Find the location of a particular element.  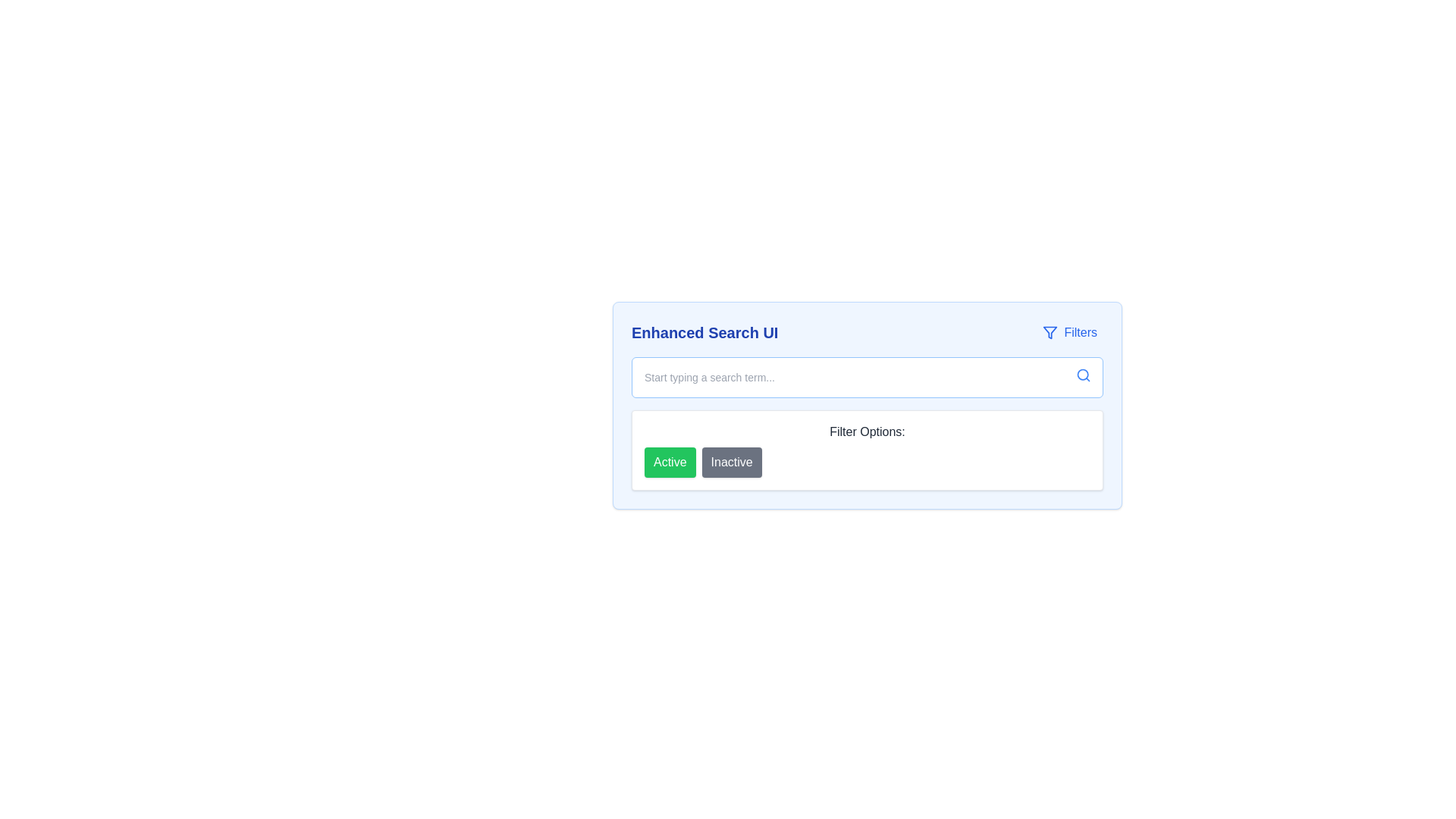

the 'Filter Options:' text label, which is prominently displayed above the 'Active' and 'Inactive' buttons, styled with a medium font weight and gray color is located at coordinates (867, 432).